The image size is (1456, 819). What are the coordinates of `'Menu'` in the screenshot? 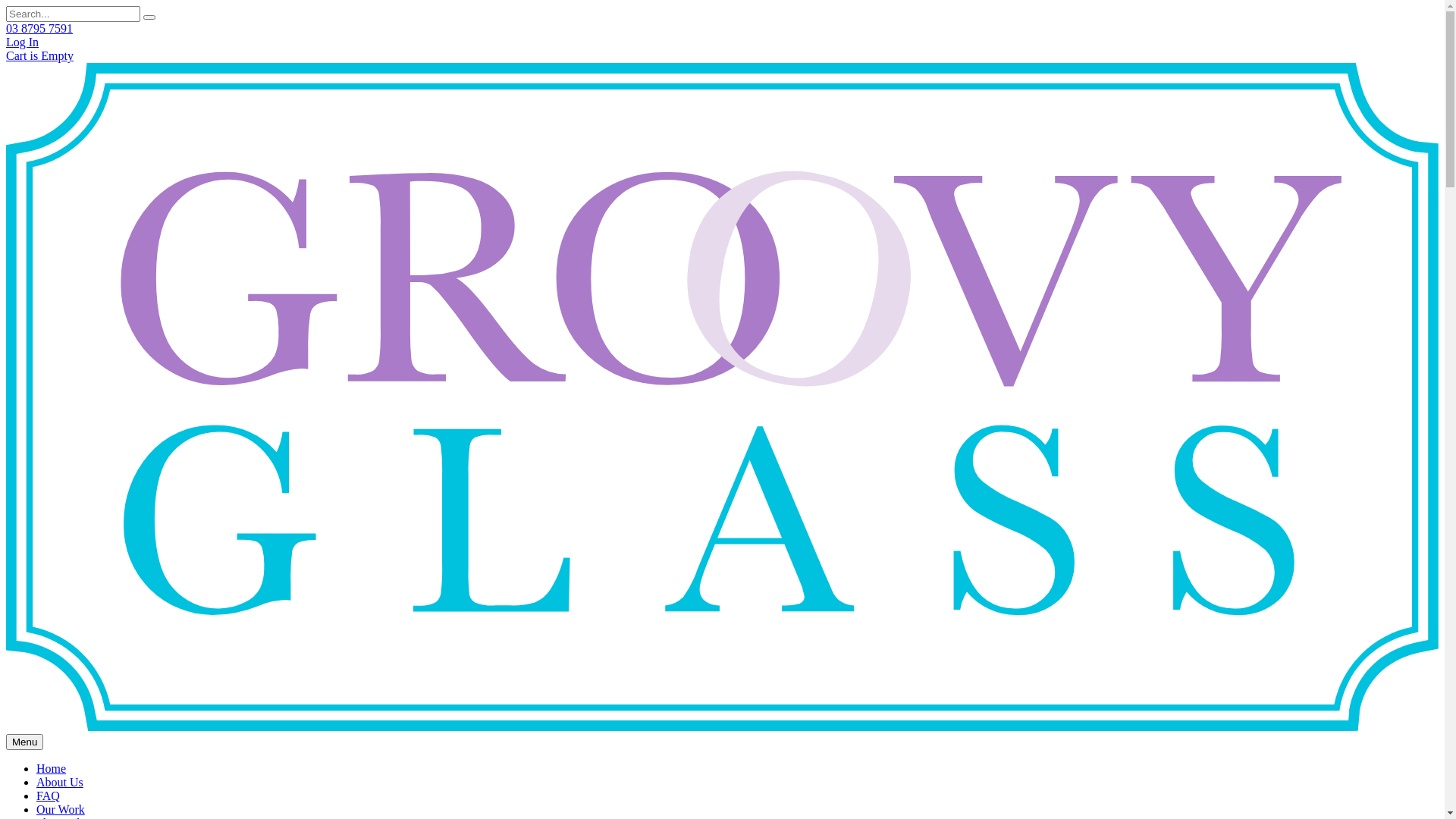 It's located at (24, 741).